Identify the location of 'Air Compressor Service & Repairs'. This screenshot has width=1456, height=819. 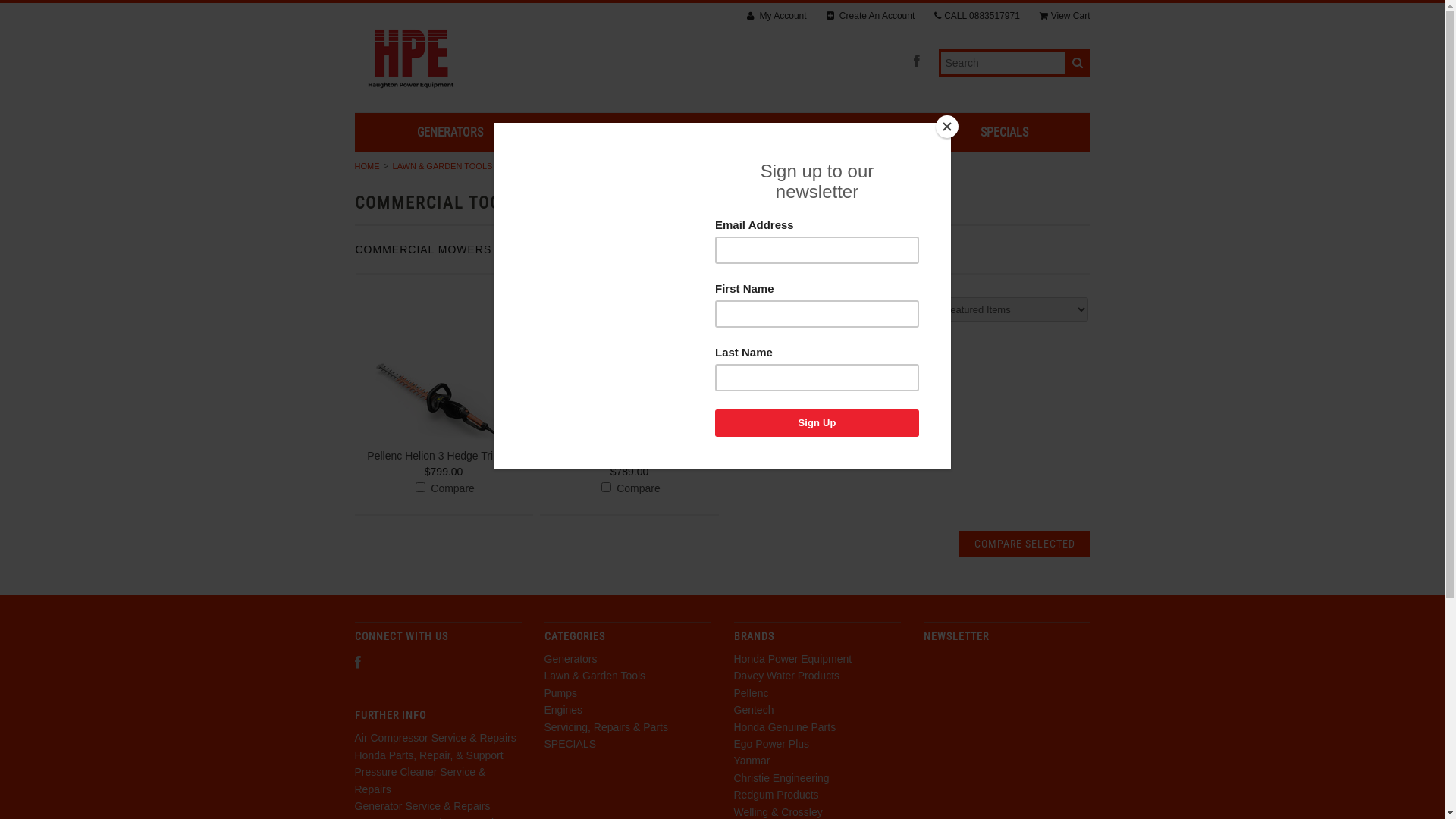
(353, 736).